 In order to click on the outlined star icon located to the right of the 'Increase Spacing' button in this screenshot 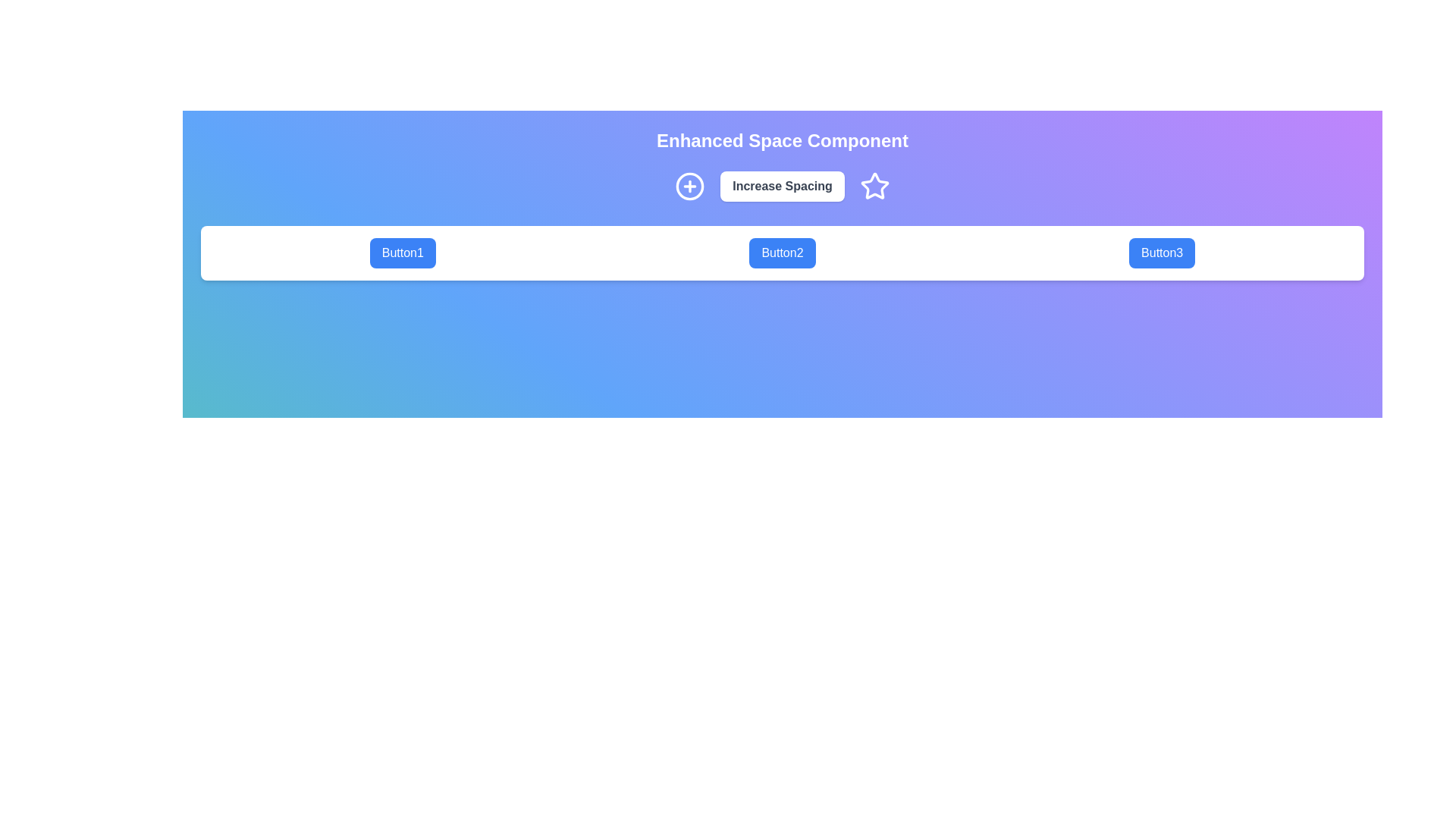, I will do `click(874, 186)`.